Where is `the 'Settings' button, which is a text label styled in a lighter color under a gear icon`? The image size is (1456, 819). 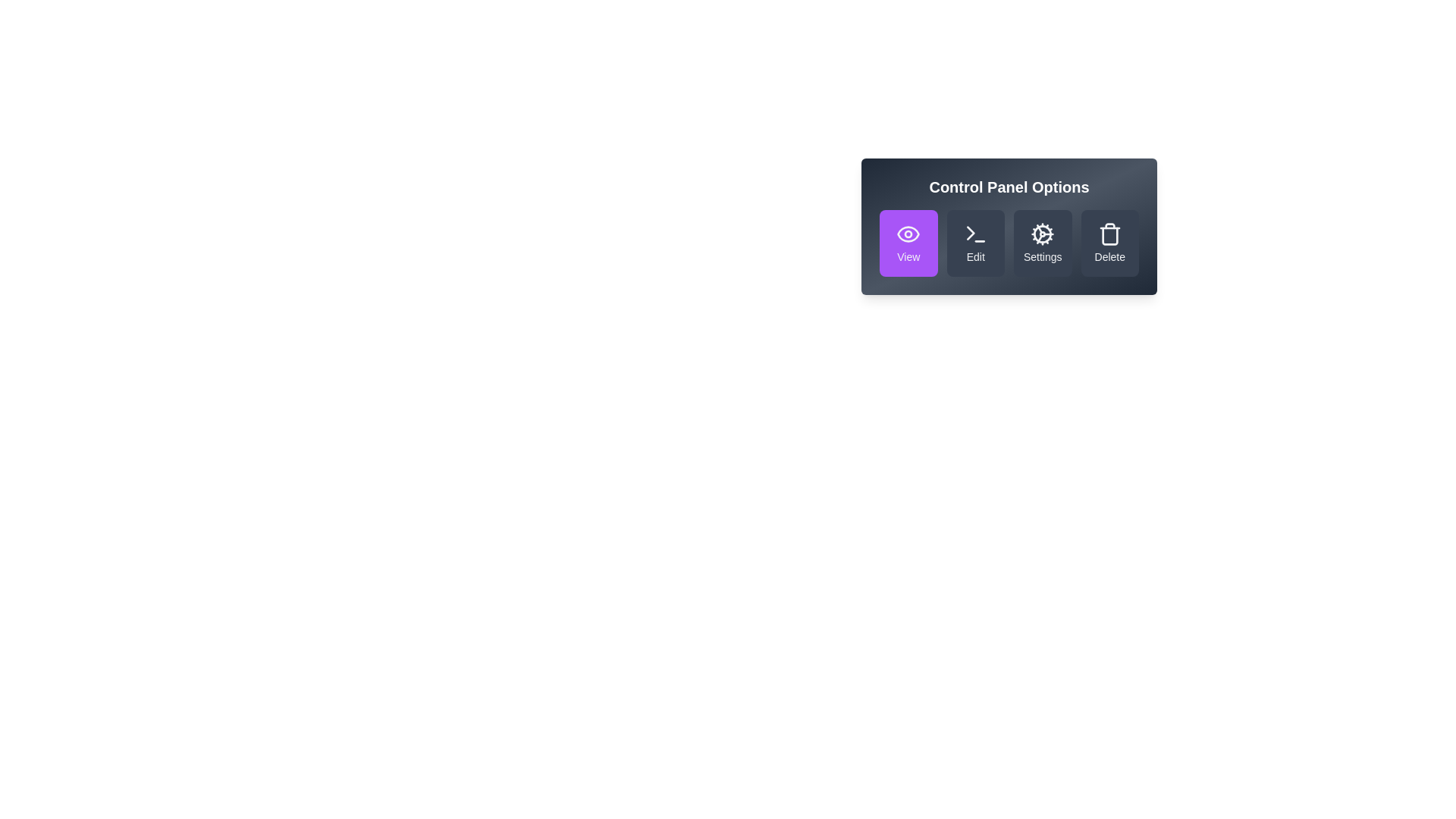 the 'Settings' button, which is a text label styled in a lighter color under a gear icon is located at coordinates (1041, 256).